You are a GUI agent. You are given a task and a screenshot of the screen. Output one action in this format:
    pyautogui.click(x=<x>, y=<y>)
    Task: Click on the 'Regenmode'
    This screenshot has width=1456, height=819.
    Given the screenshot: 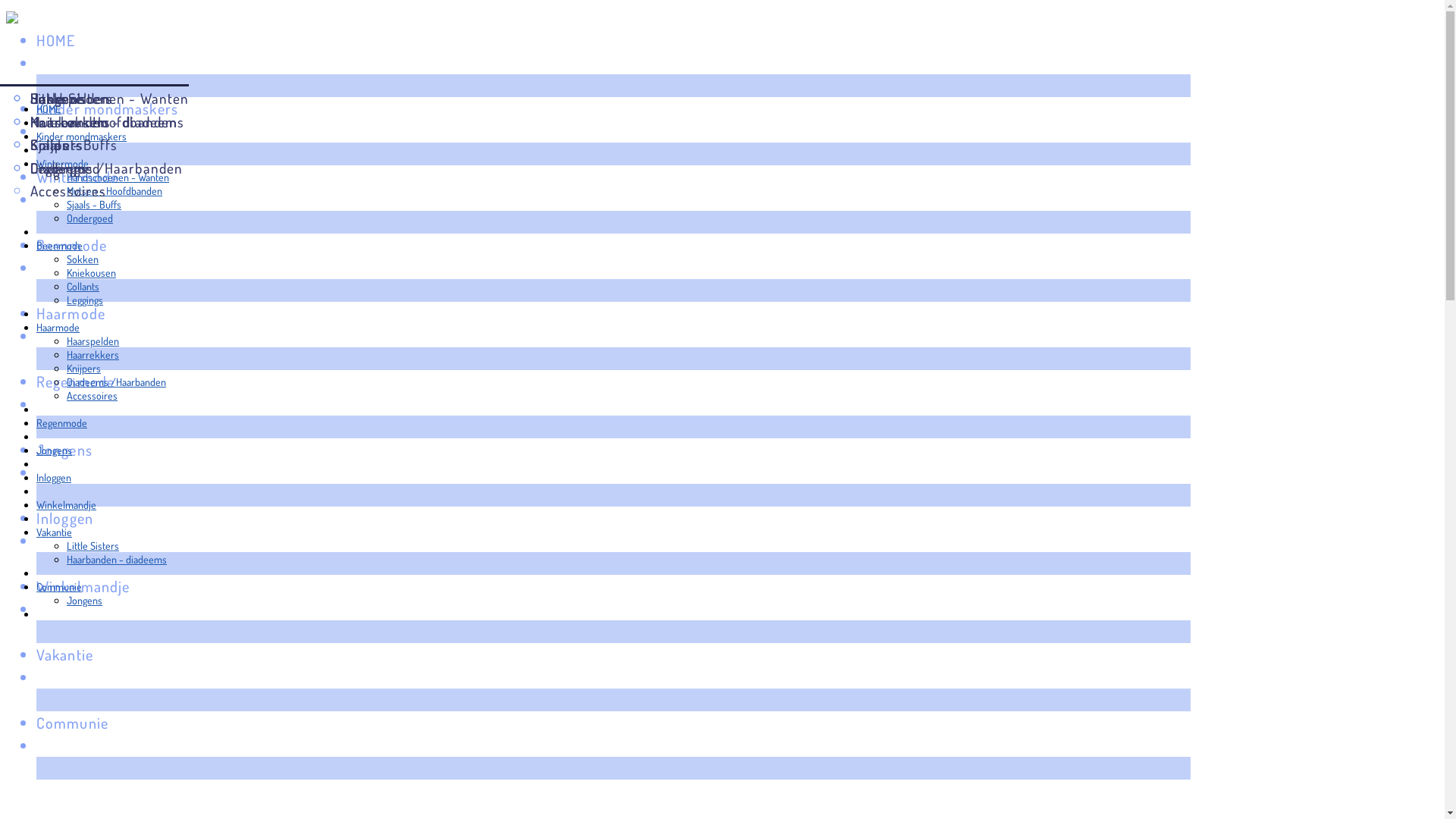 What is the action you would take?
    pyautogui.click(x=36, y=422)
    